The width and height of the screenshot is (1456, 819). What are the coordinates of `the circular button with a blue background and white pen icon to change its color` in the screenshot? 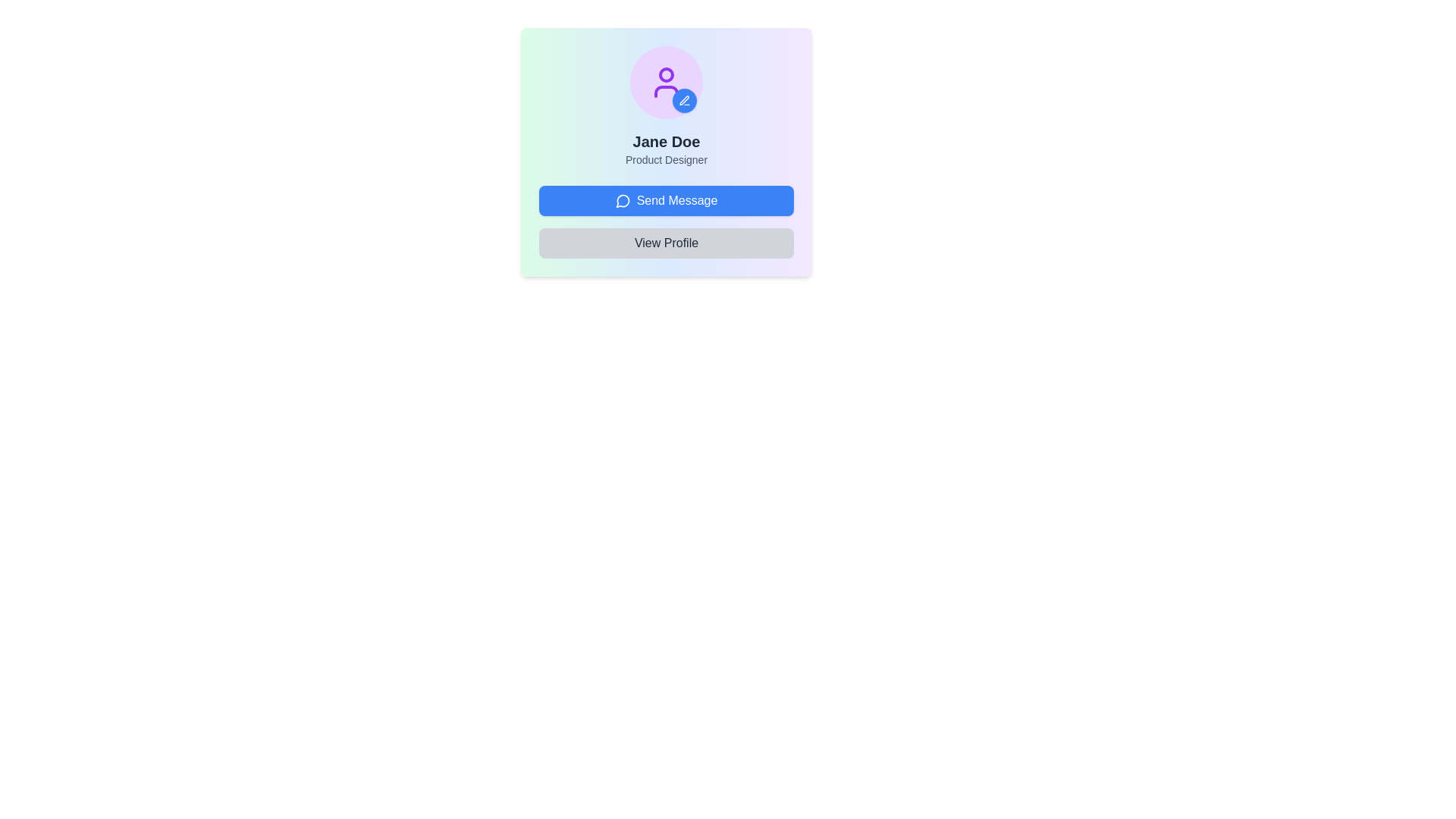 It's located at (683, 100).